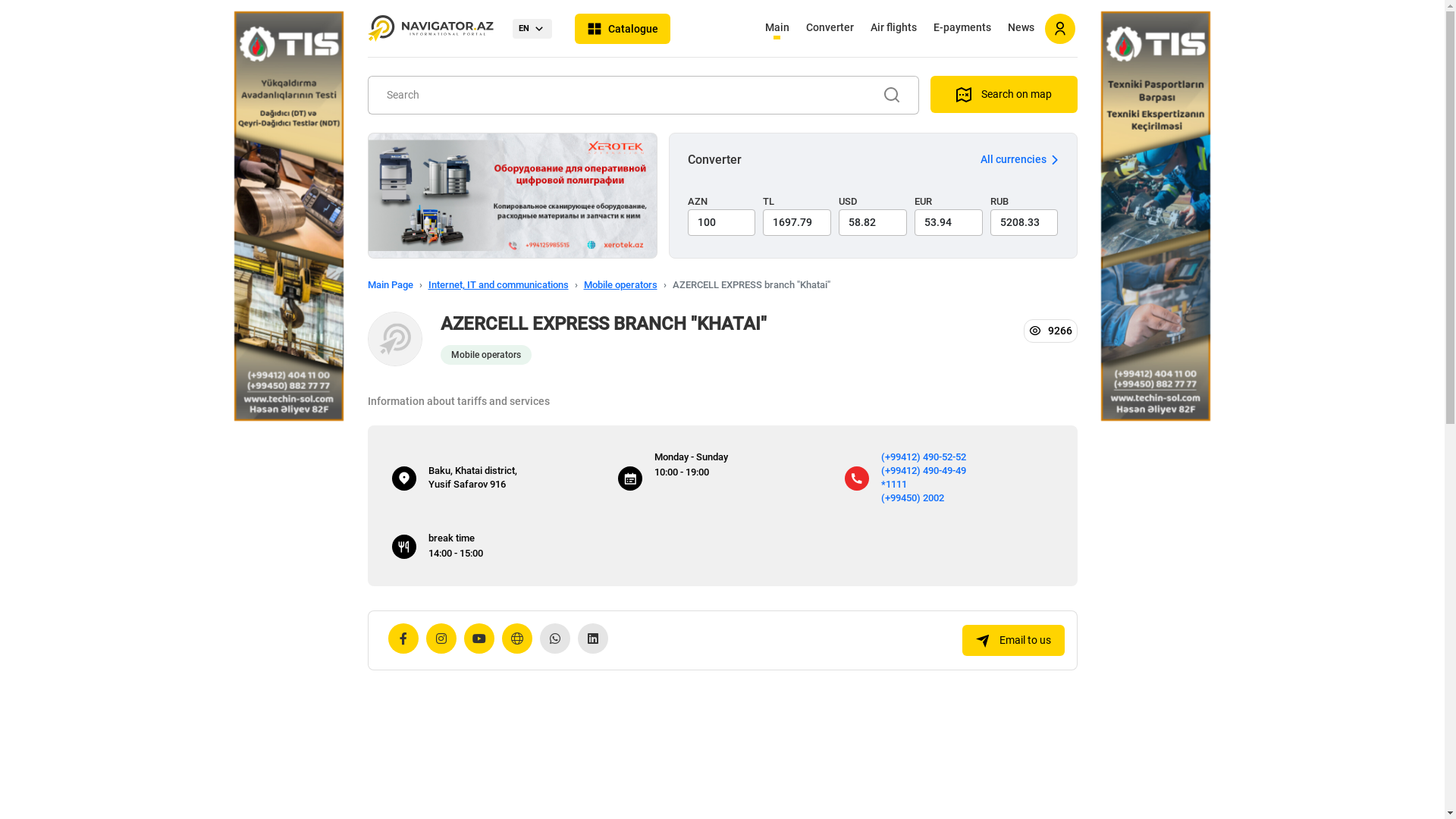  I want to click on 'E-payments', so click(926, 29).